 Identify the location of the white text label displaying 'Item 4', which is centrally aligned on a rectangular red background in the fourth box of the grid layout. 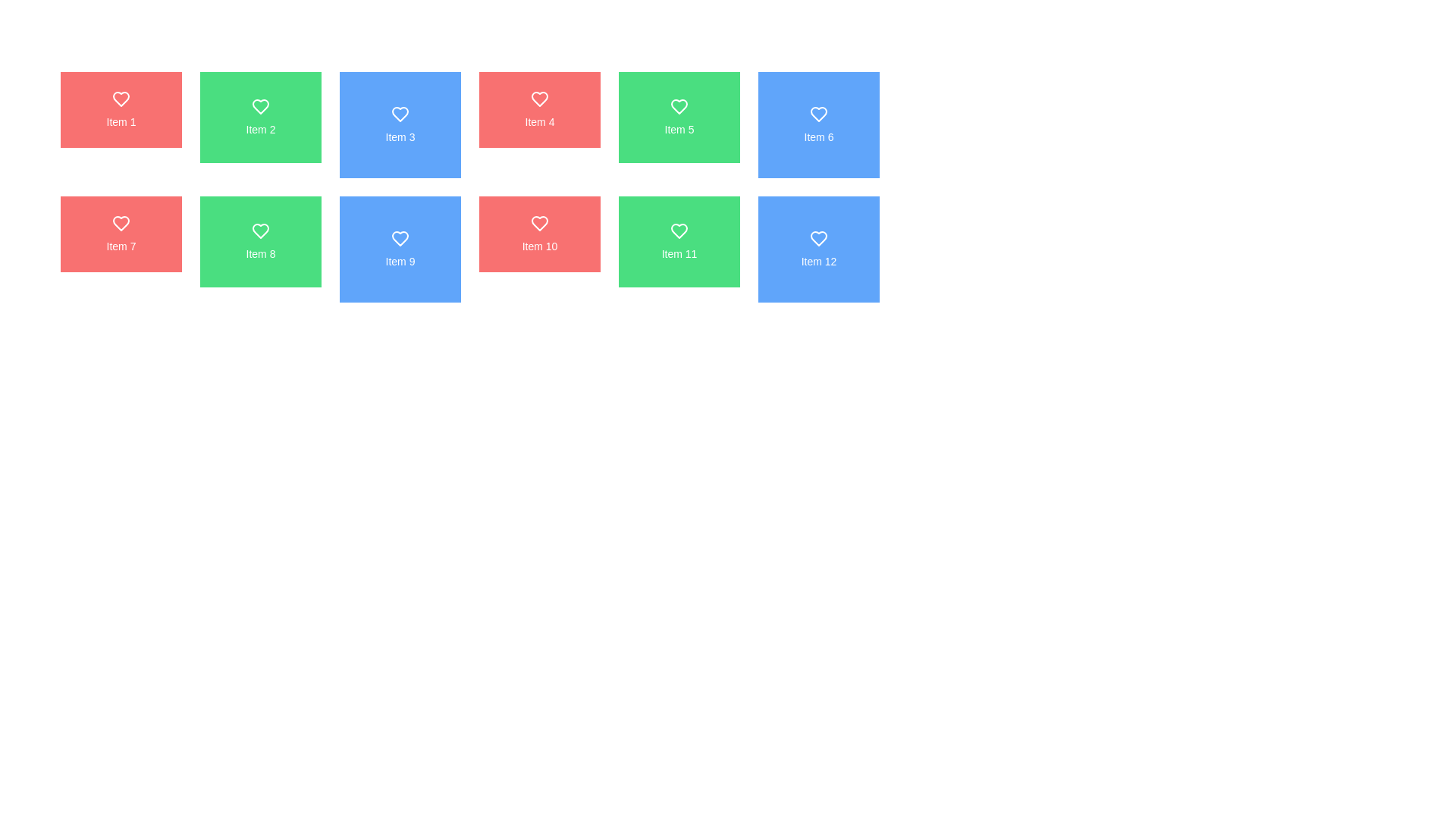
(539, 121).